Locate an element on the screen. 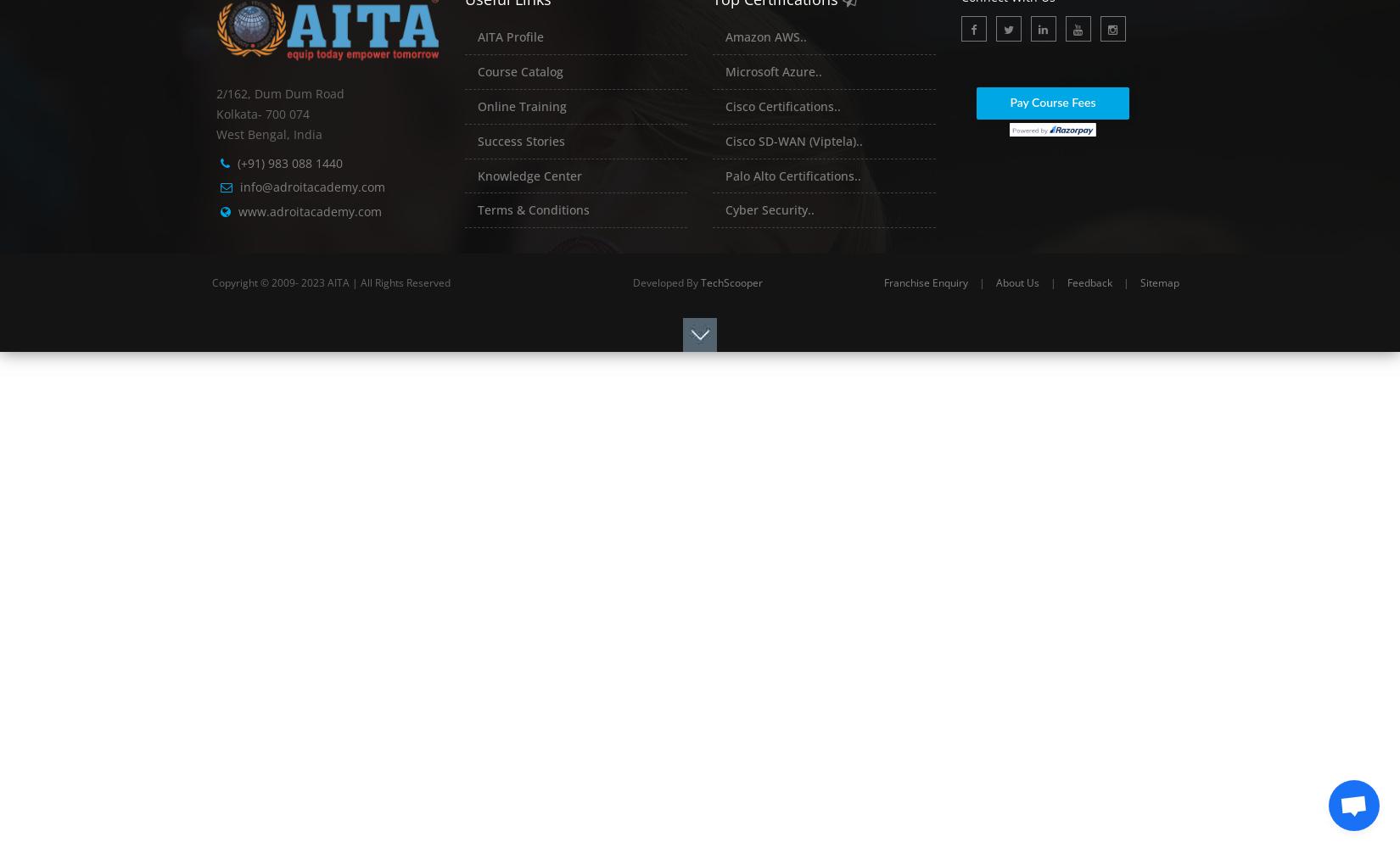 Image resolution: width=1400 pixels, height=848 pixels. 'AITA Profile' is located at coordinates (508, 36).